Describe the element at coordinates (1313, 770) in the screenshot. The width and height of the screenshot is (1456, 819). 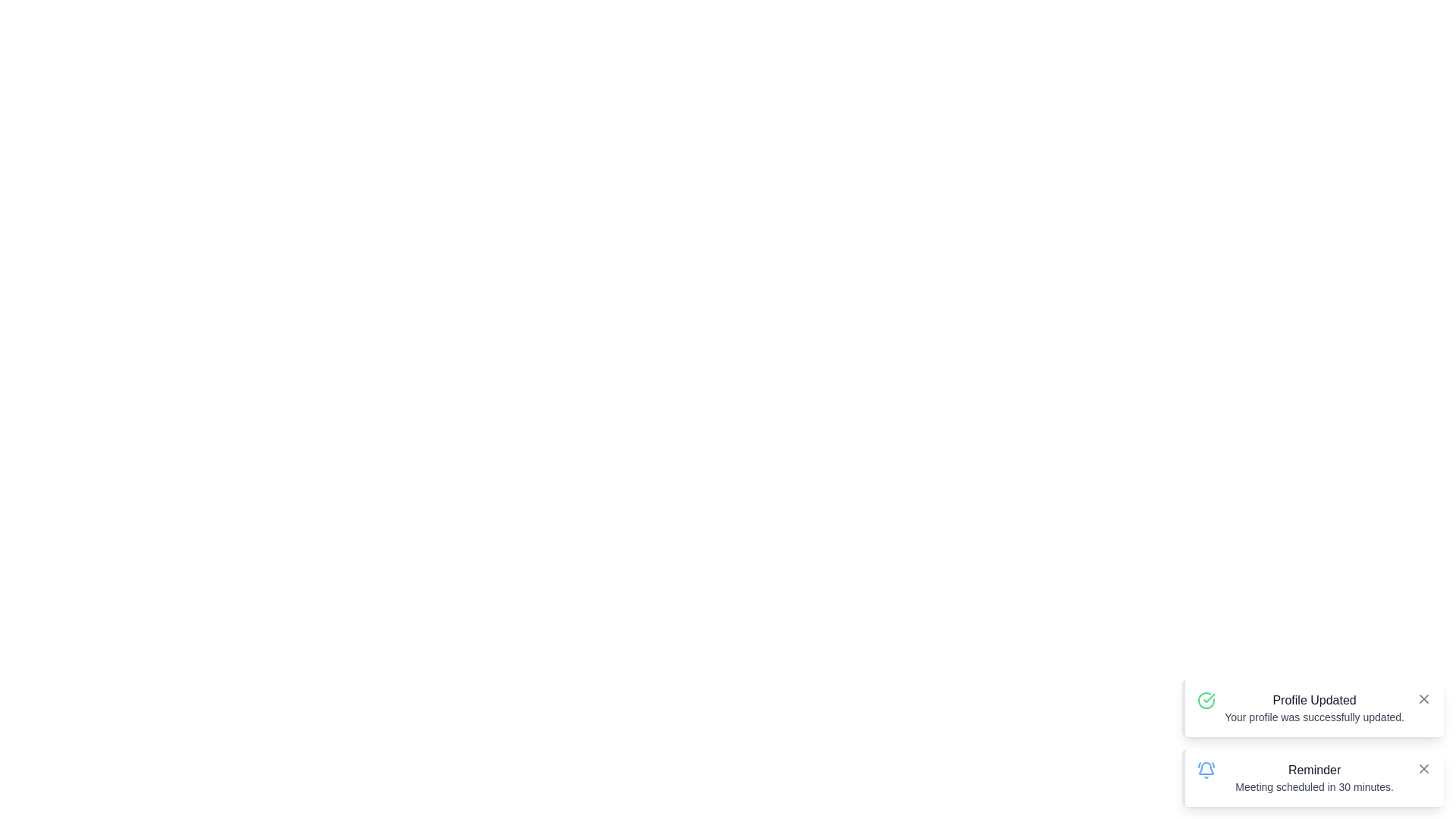
I see `the 'Reminder' text label, which is a medium-weight dark gray font heading within a notification card at the bottom-right corner of the interface` at that location.